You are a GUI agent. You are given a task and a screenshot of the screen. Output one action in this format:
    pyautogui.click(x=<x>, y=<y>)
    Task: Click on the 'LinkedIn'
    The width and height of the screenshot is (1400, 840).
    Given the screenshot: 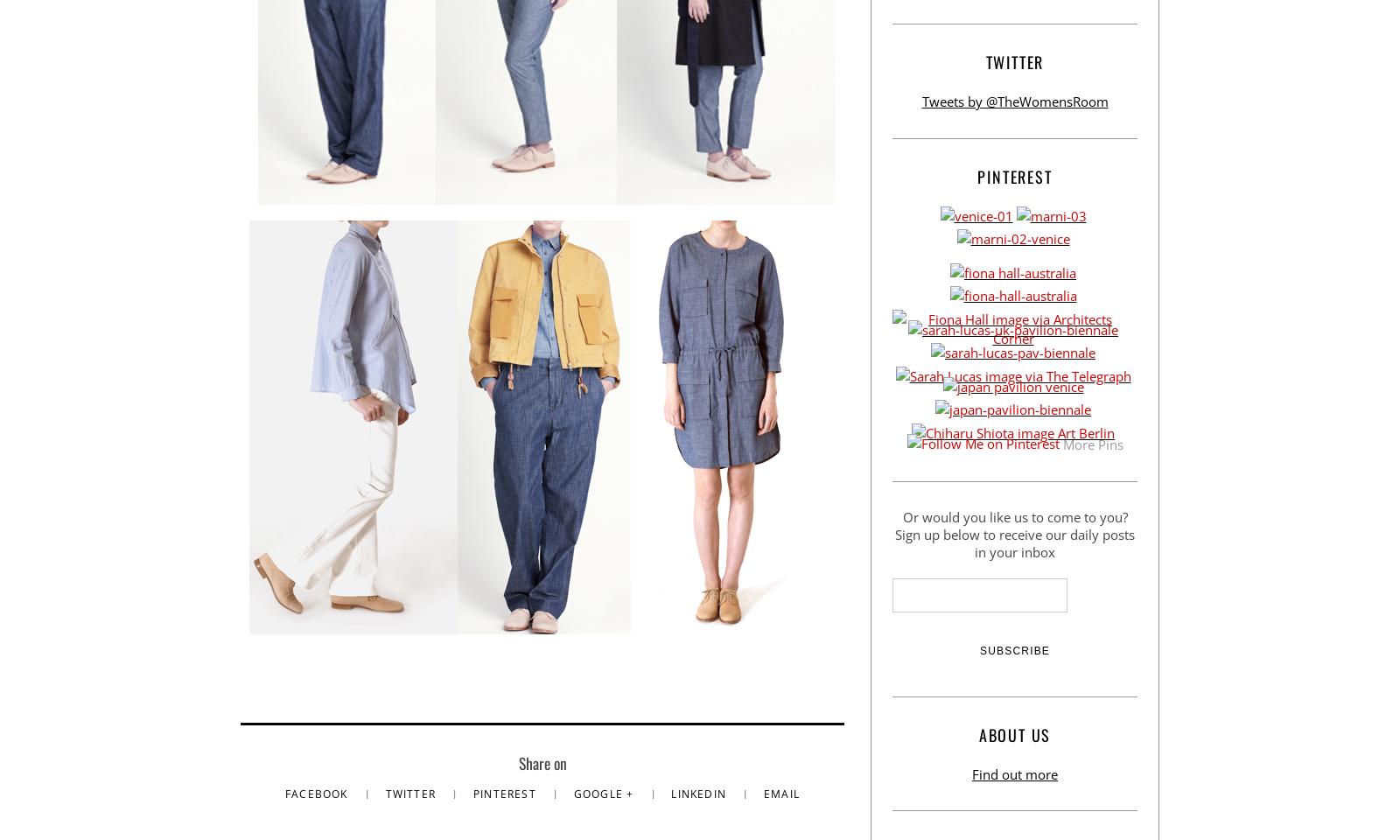 What is the action you would take?
    pyautogui.click(x=700, y=794)
    